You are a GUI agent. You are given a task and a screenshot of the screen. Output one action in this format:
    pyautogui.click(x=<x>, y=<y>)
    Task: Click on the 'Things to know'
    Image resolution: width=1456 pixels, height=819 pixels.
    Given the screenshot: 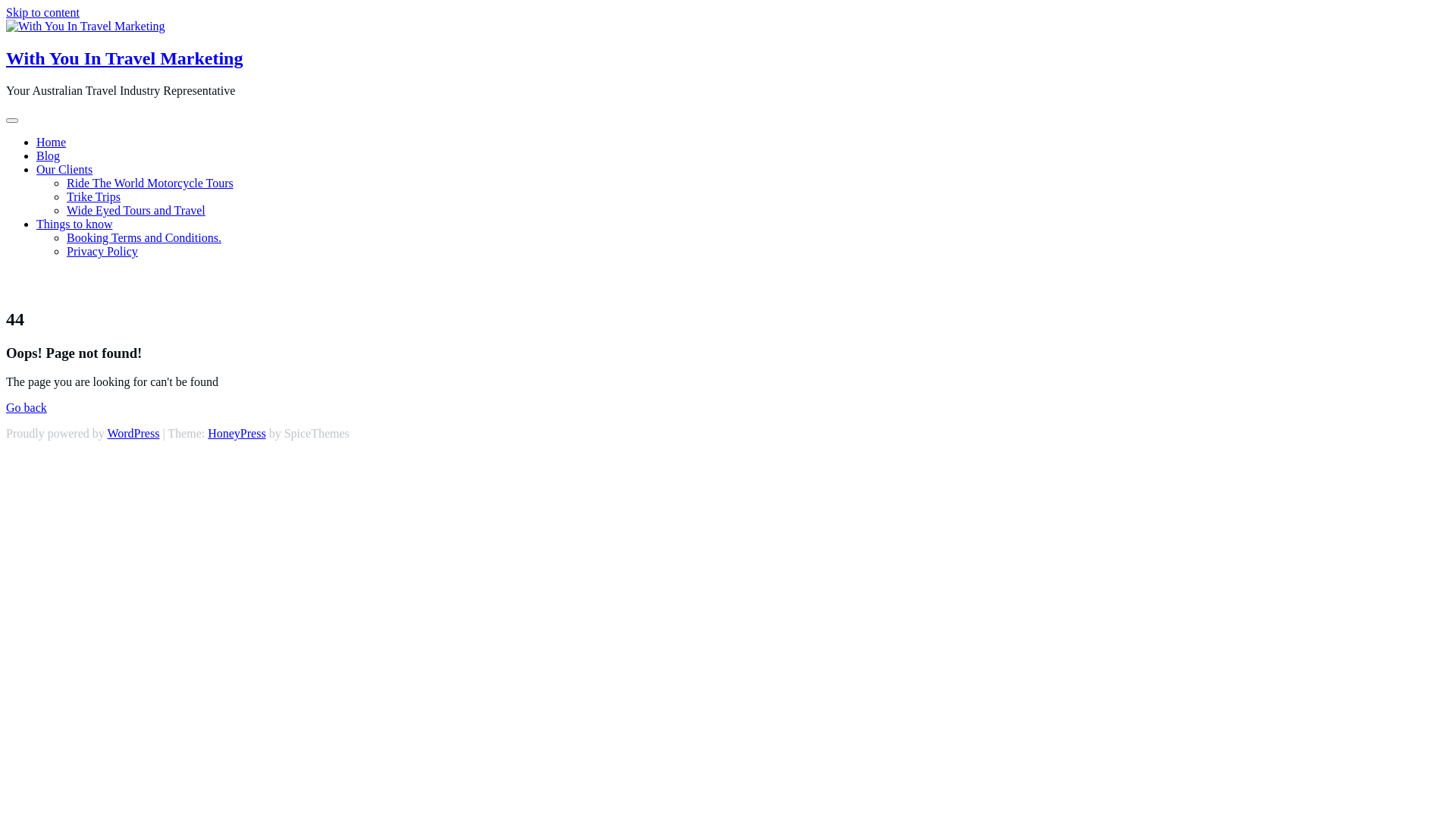 What is the action you would take?
    pyautogui.click(x=73, y=224)
    